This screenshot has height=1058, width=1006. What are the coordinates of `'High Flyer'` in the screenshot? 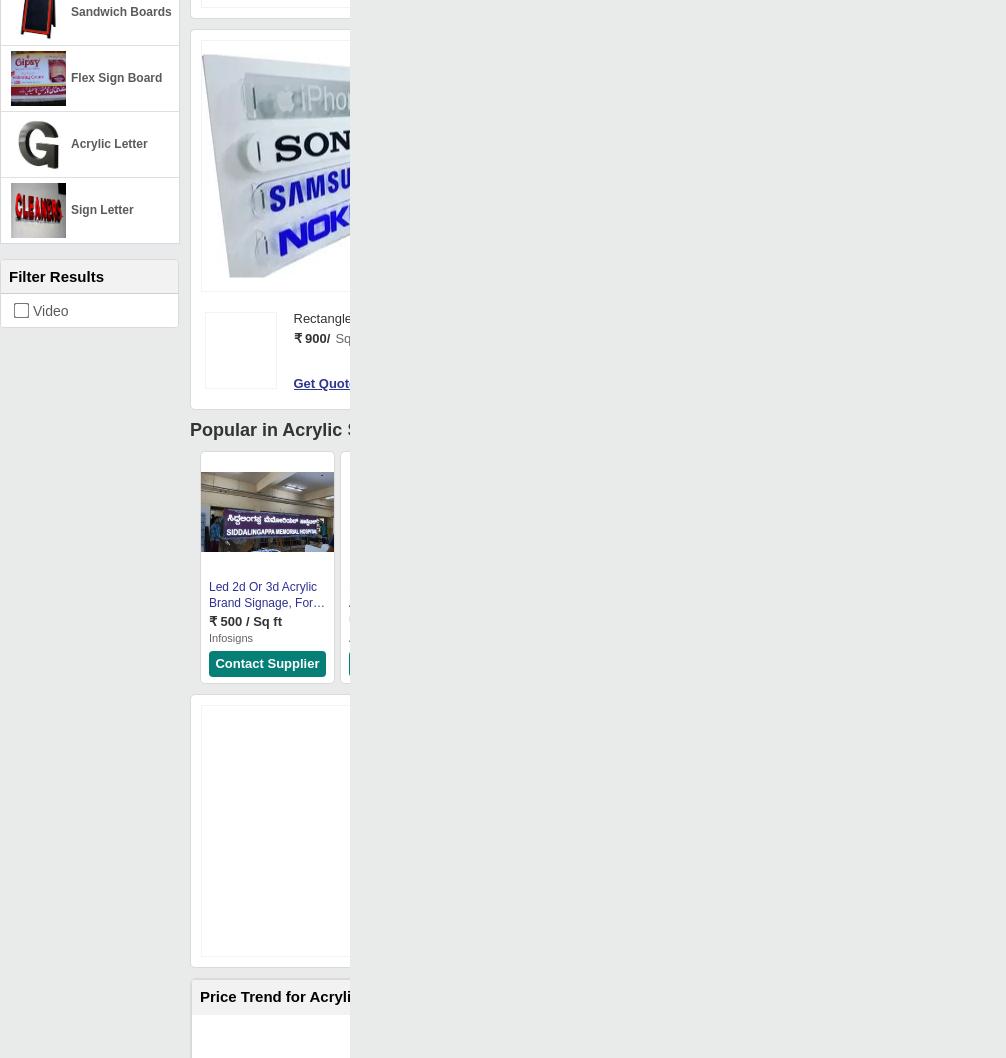 It's located at (628, 636).